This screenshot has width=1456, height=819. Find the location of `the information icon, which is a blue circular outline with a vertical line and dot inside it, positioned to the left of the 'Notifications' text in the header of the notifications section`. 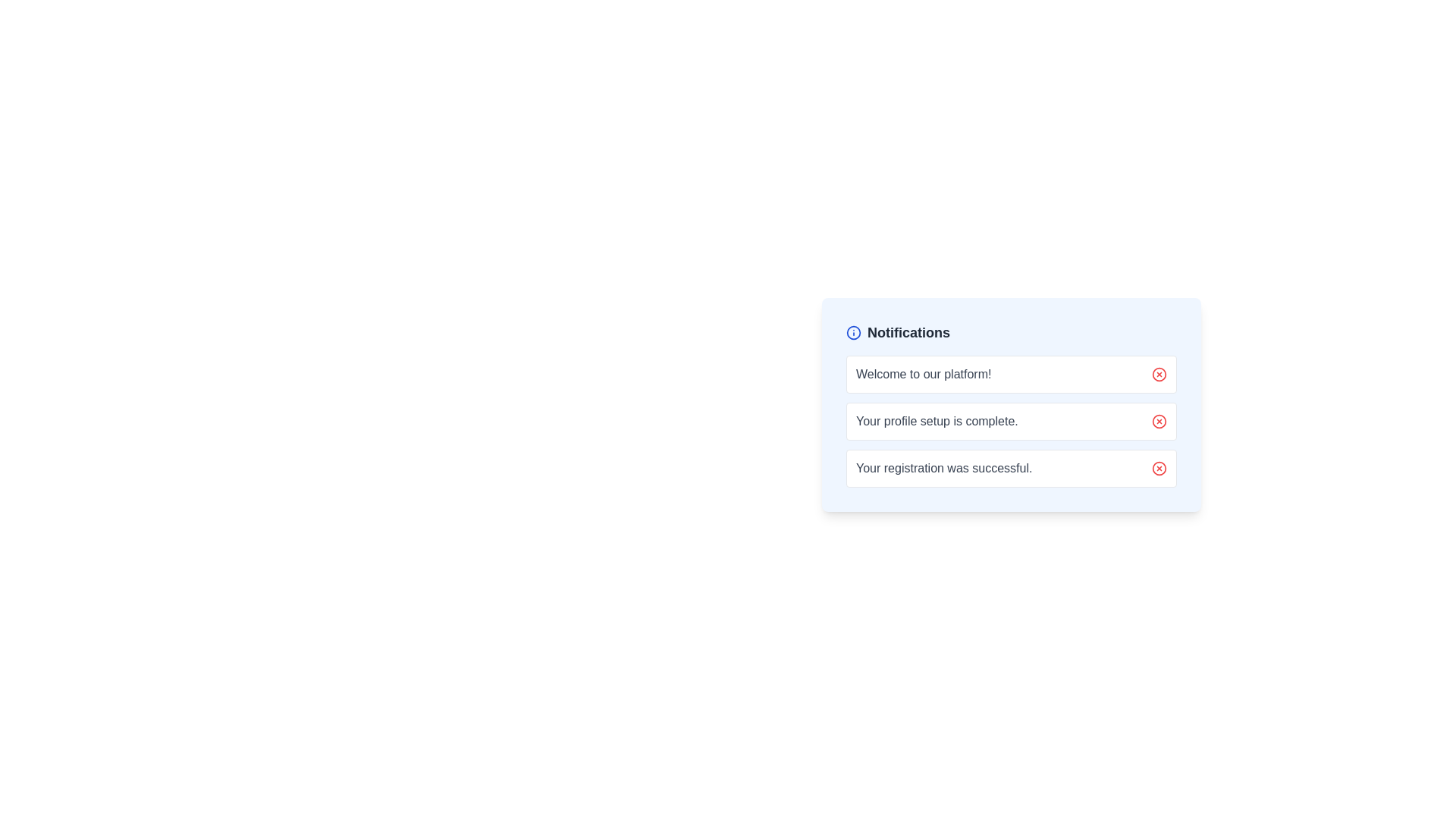

the information icon, which is a blue circular outline with a vertical line and dot inside it, positioned to the left of the 'Notifications' text in the header of the notifications section is located at coordinates (854, 332).